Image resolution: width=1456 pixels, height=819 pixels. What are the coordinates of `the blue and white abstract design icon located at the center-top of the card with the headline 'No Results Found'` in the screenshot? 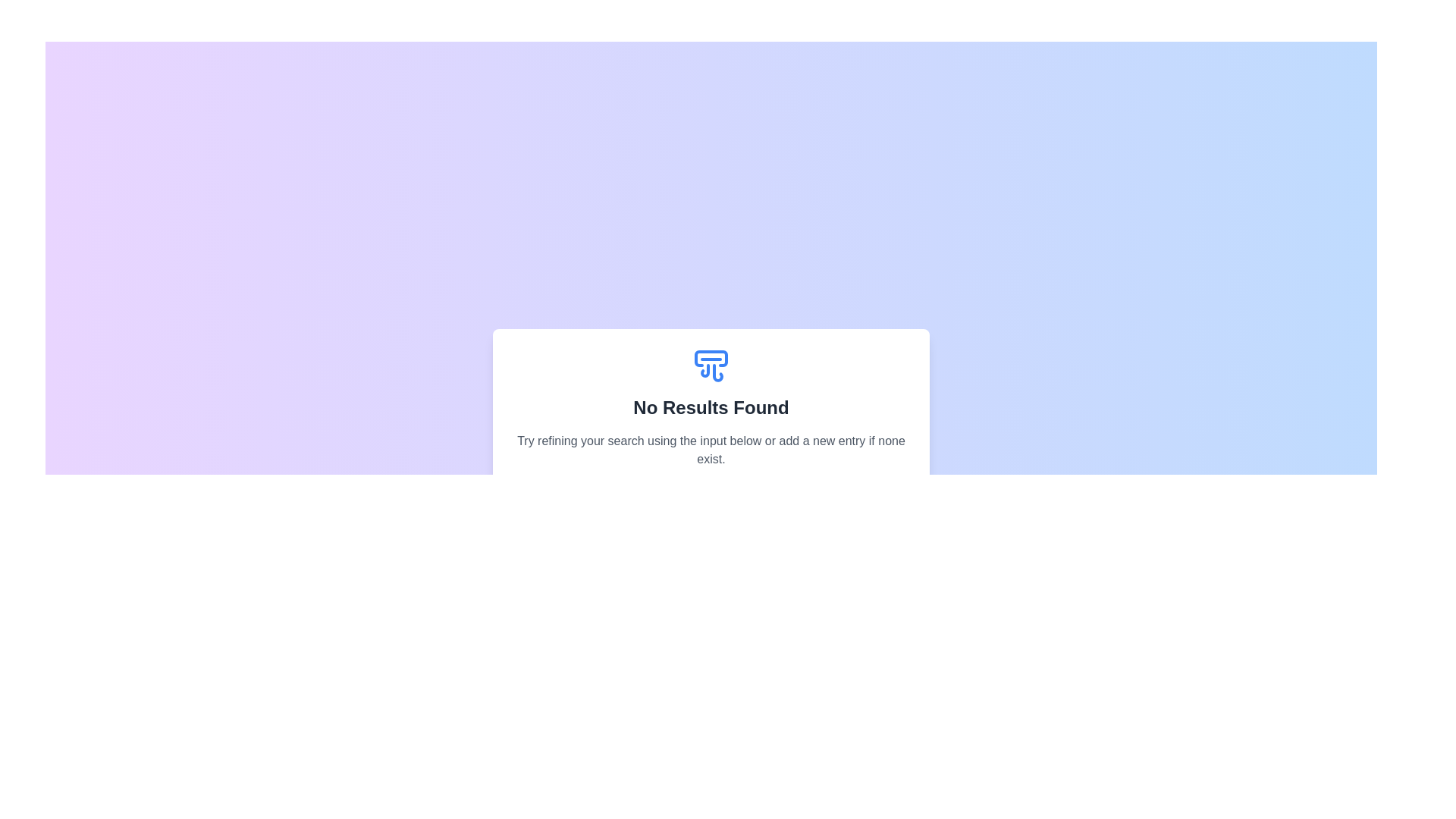 It's located at (710, 366).